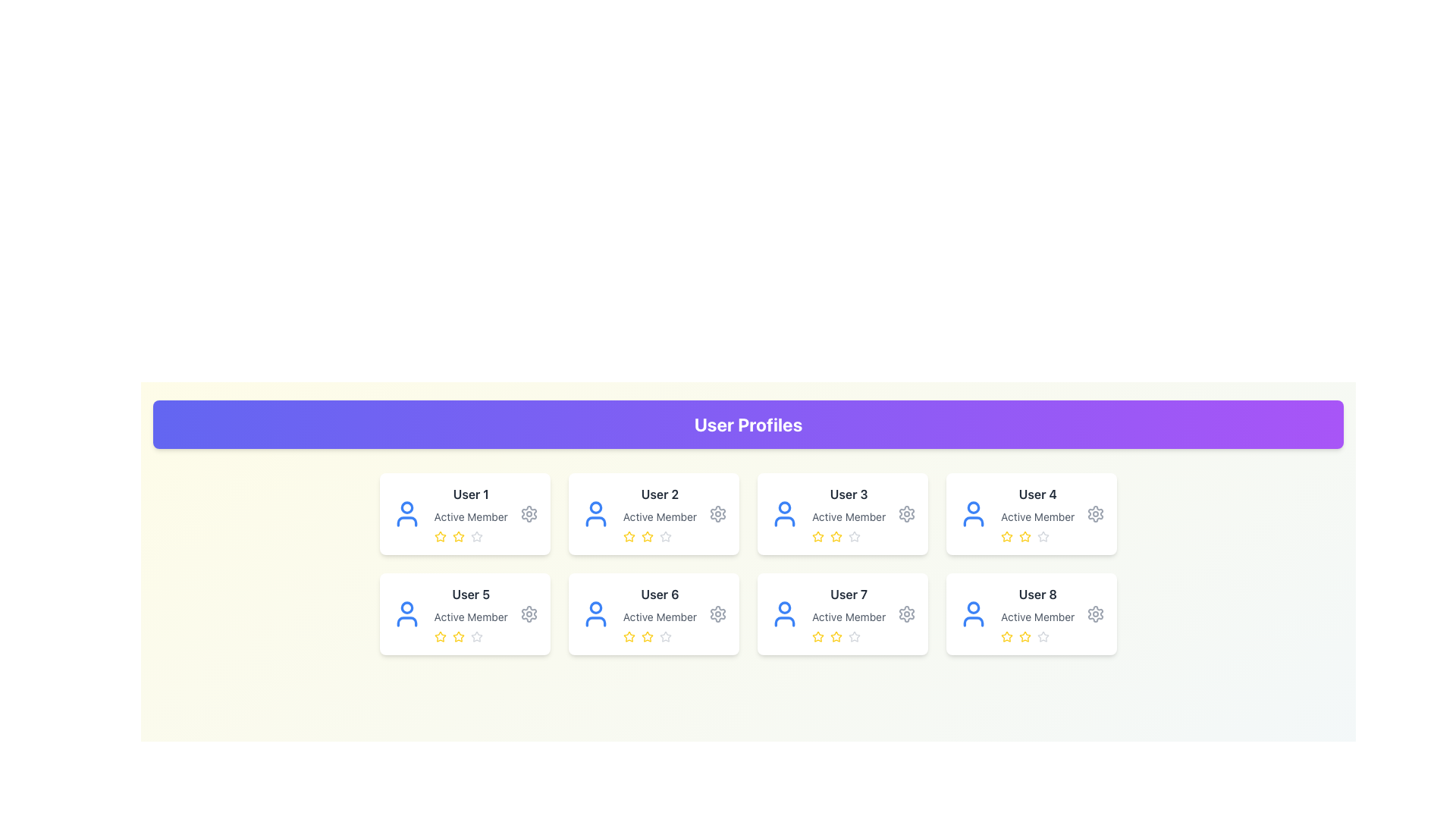 This screenshot has width=1456, height=819. Describe the element at coordinates (654, 614) in the screenshot. I see `the user information card displaying 'User 6' with a blue user icon and gear icon, located in the second row, second column of the grid layout` at that location.